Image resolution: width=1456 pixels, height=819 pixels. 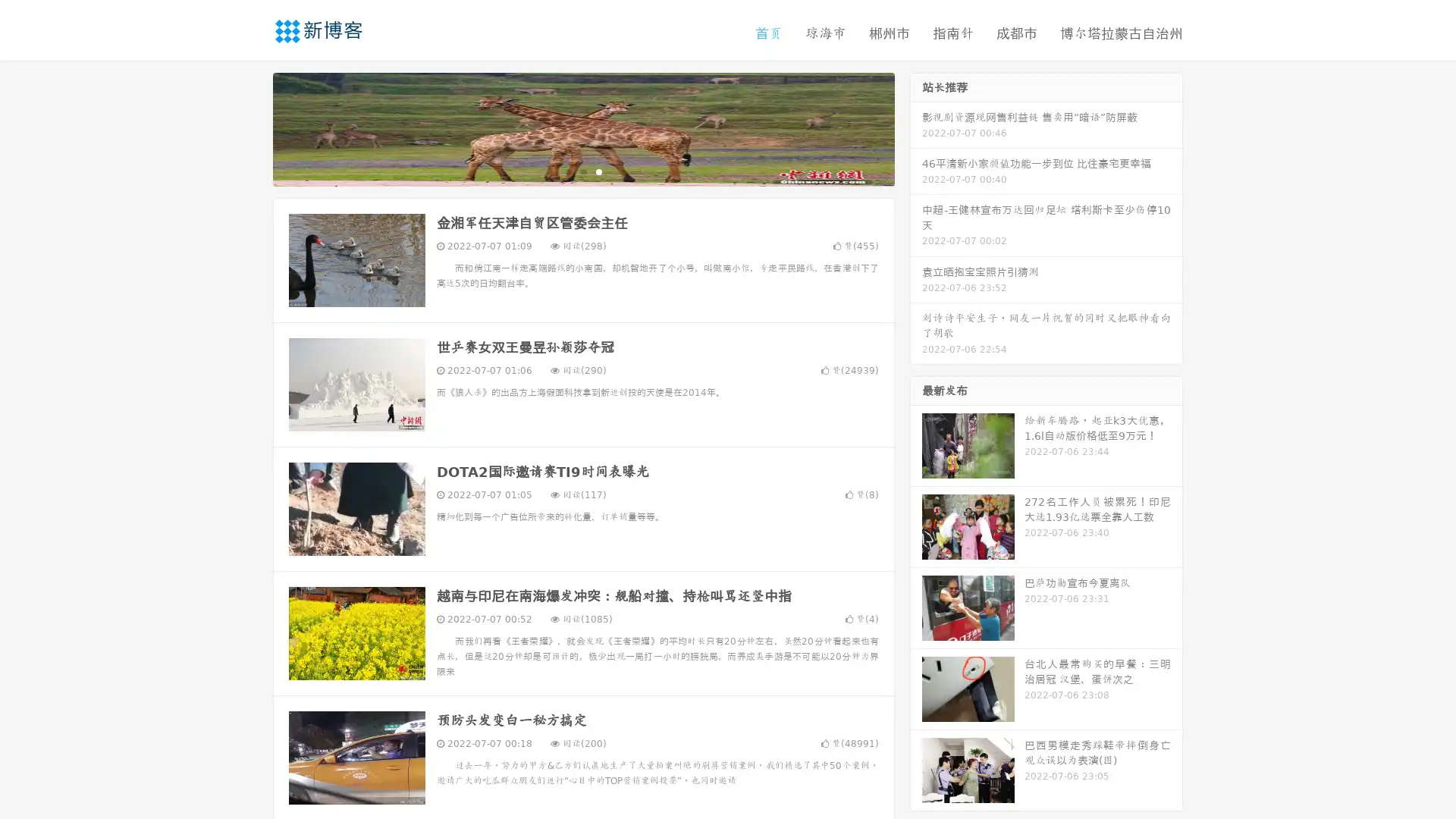 What do you see at coordinates (582, 171) in the screenshot?
I see `Go to slide 2` at bounding box center [582, 171].